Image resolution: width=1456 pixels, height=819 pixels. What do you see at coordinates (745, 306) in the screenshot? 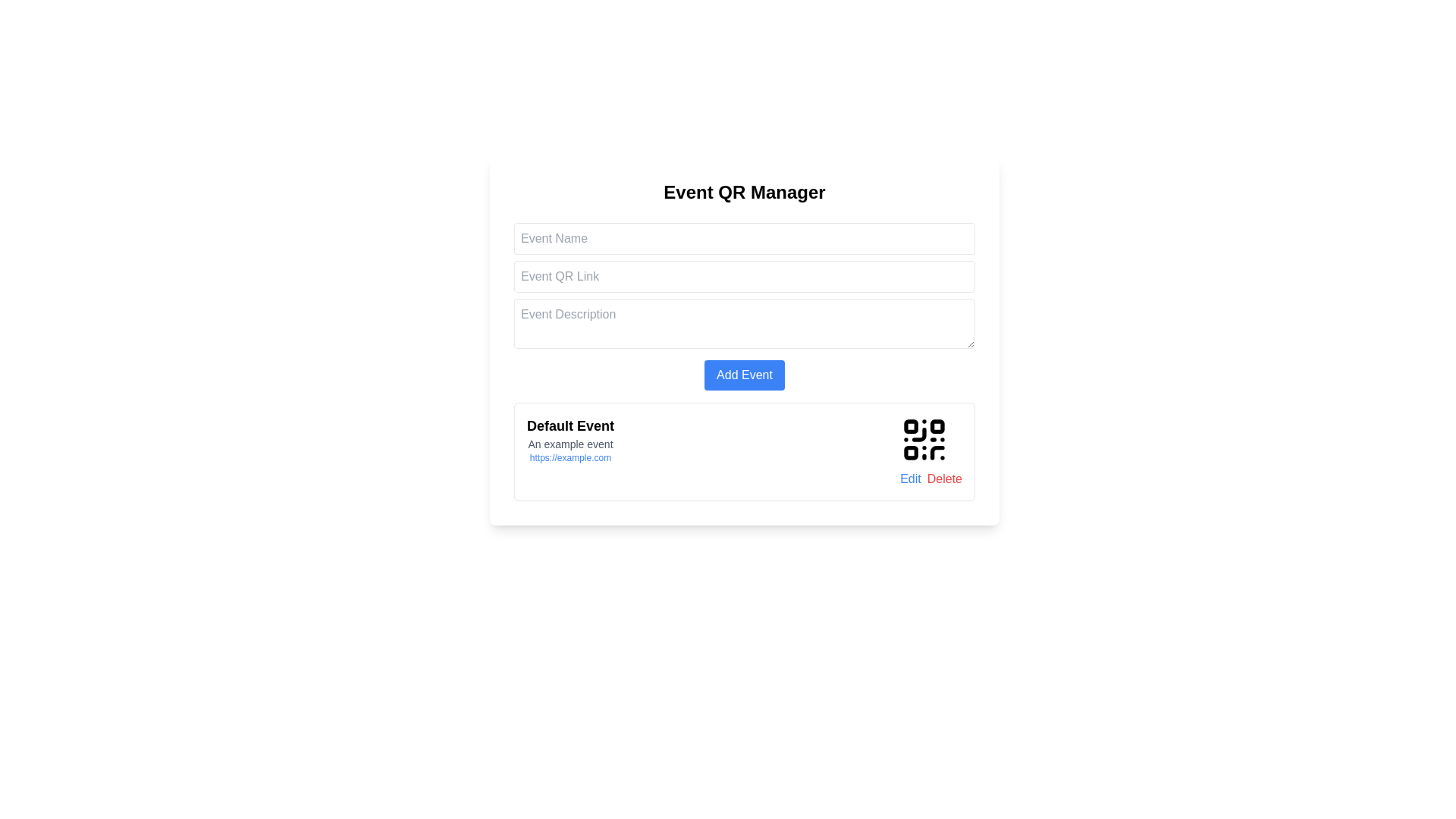
I see `the input fields in the Form section of the 'Event QR Manager' to type event details like name, description, and QR link` at bounding box center [745, 306].